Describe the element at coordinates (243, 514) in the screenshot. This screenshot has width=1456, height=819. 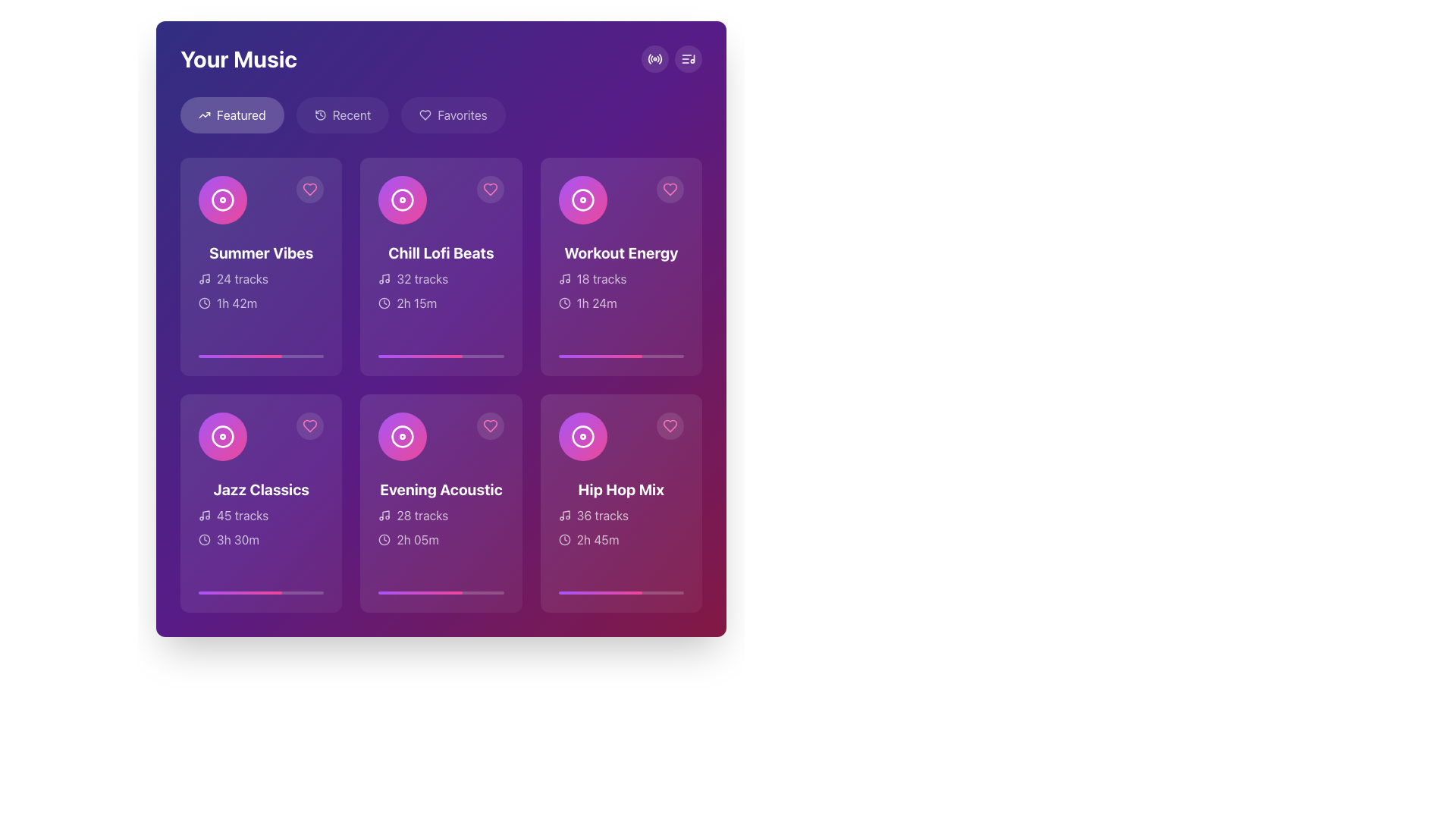
I see `the text label displaying '45 tracks' within the purple card of the 'Jazz Classics' playlist located in the bottom-left corner of the UI grid` at that location.